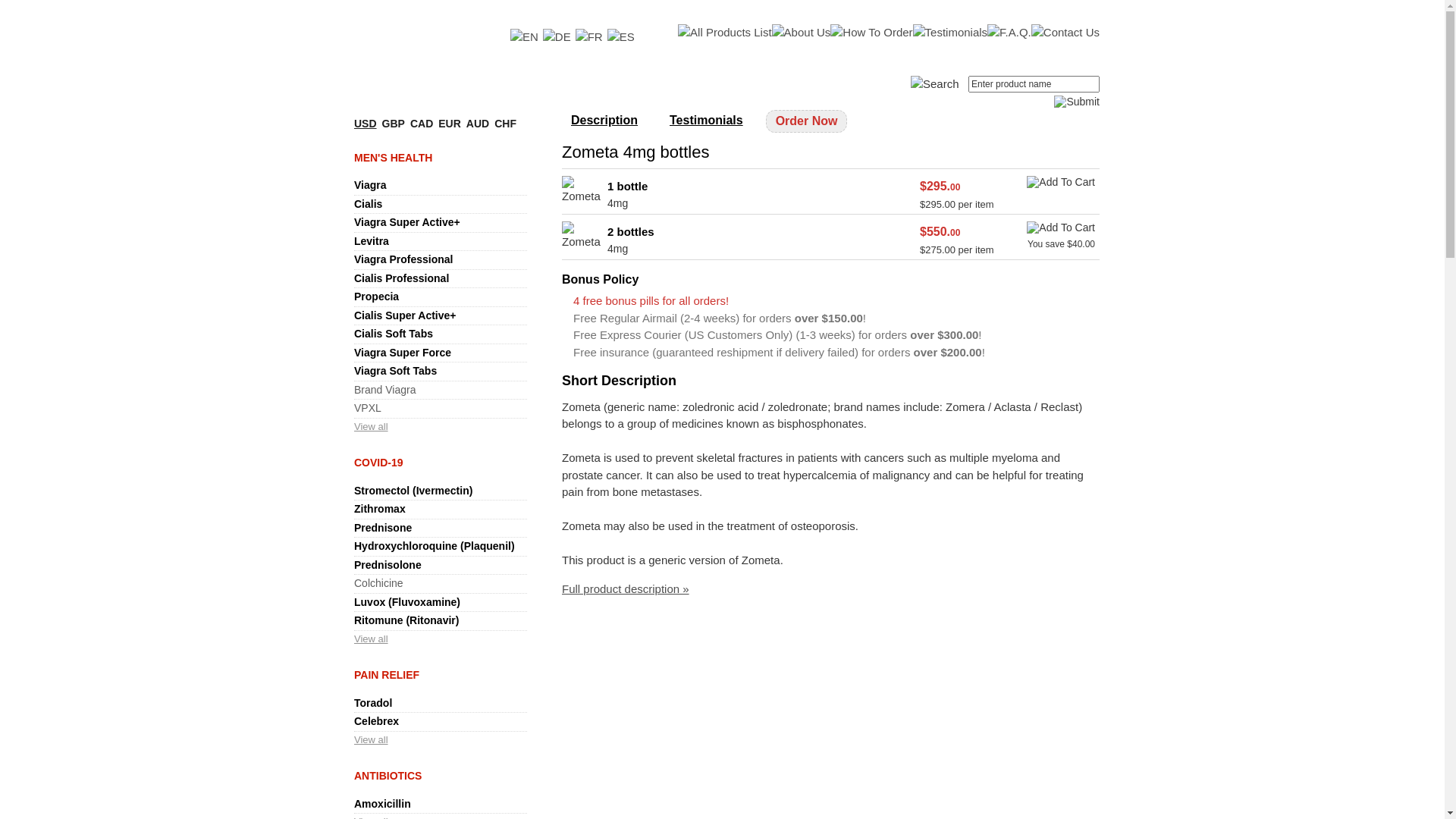 The width and height of the screenshot is (1456, 819). I want to click on 'PAIN RELIEF', so click(386, 674).